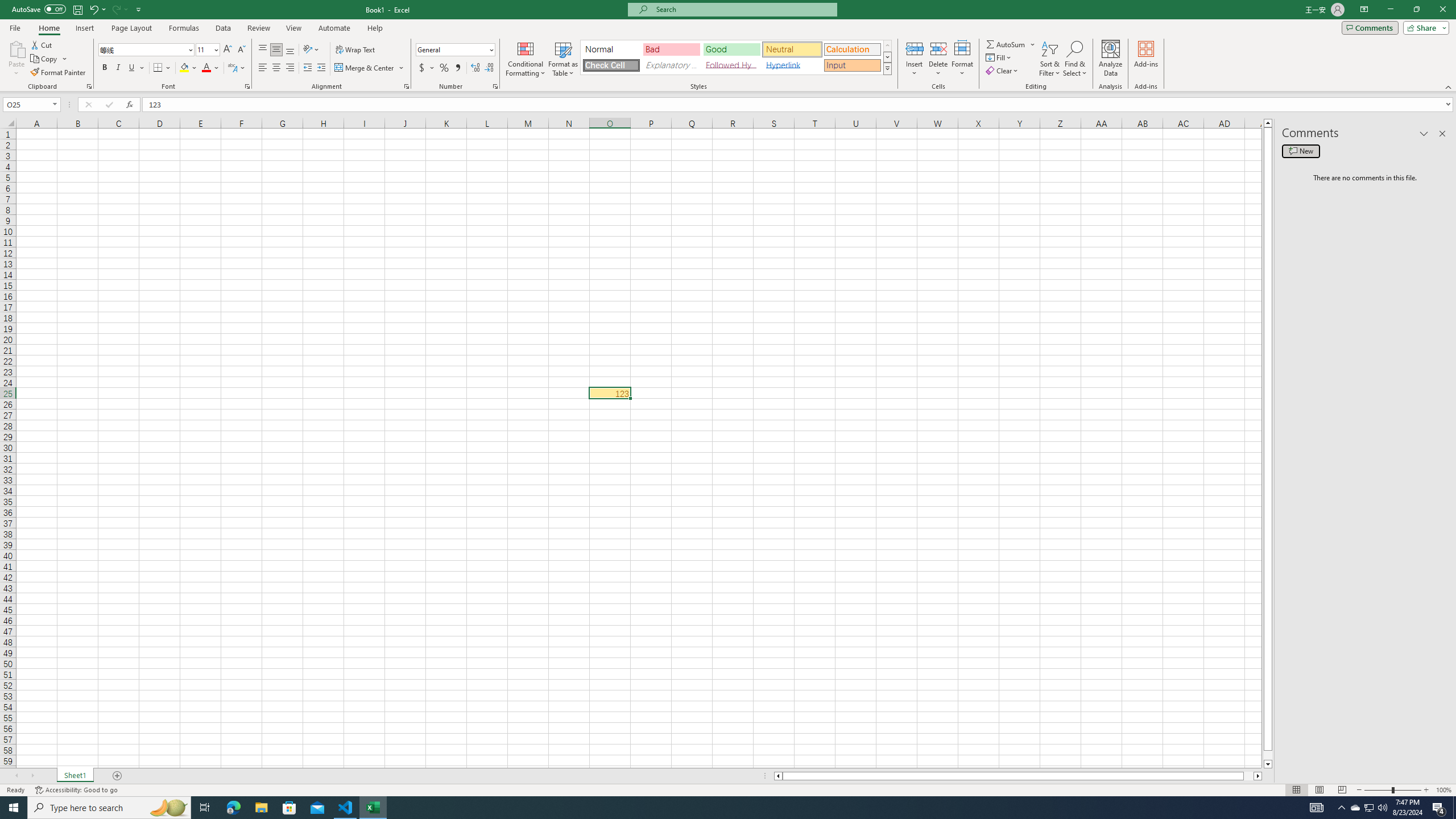  Describe the element at coordinates (427, 67) in the screenshot. I see `'Accounting Number Format'` at that location.